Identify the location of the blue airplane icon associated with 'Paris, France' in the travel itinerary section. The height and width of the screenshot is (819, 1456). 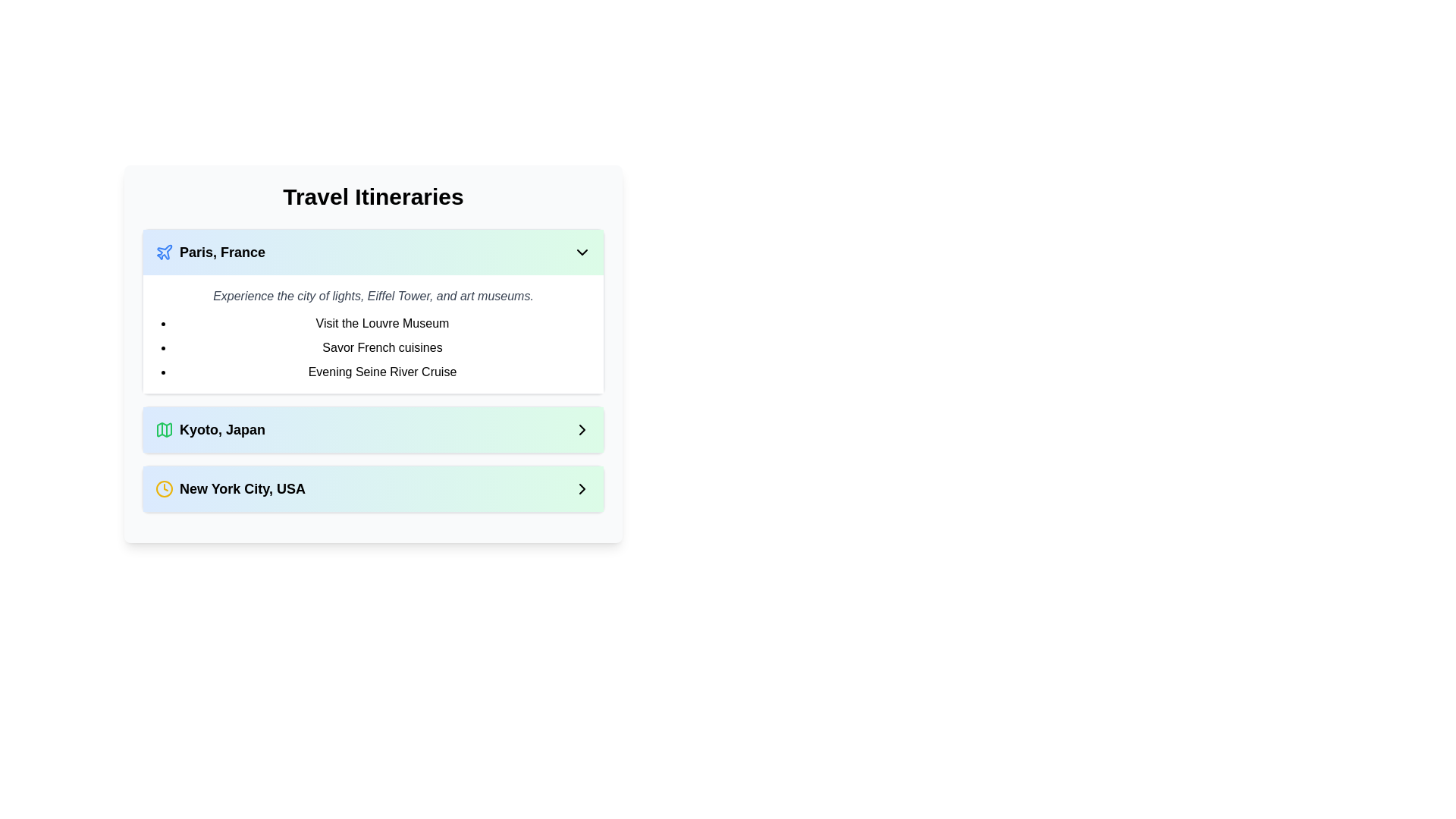
(165, 251).